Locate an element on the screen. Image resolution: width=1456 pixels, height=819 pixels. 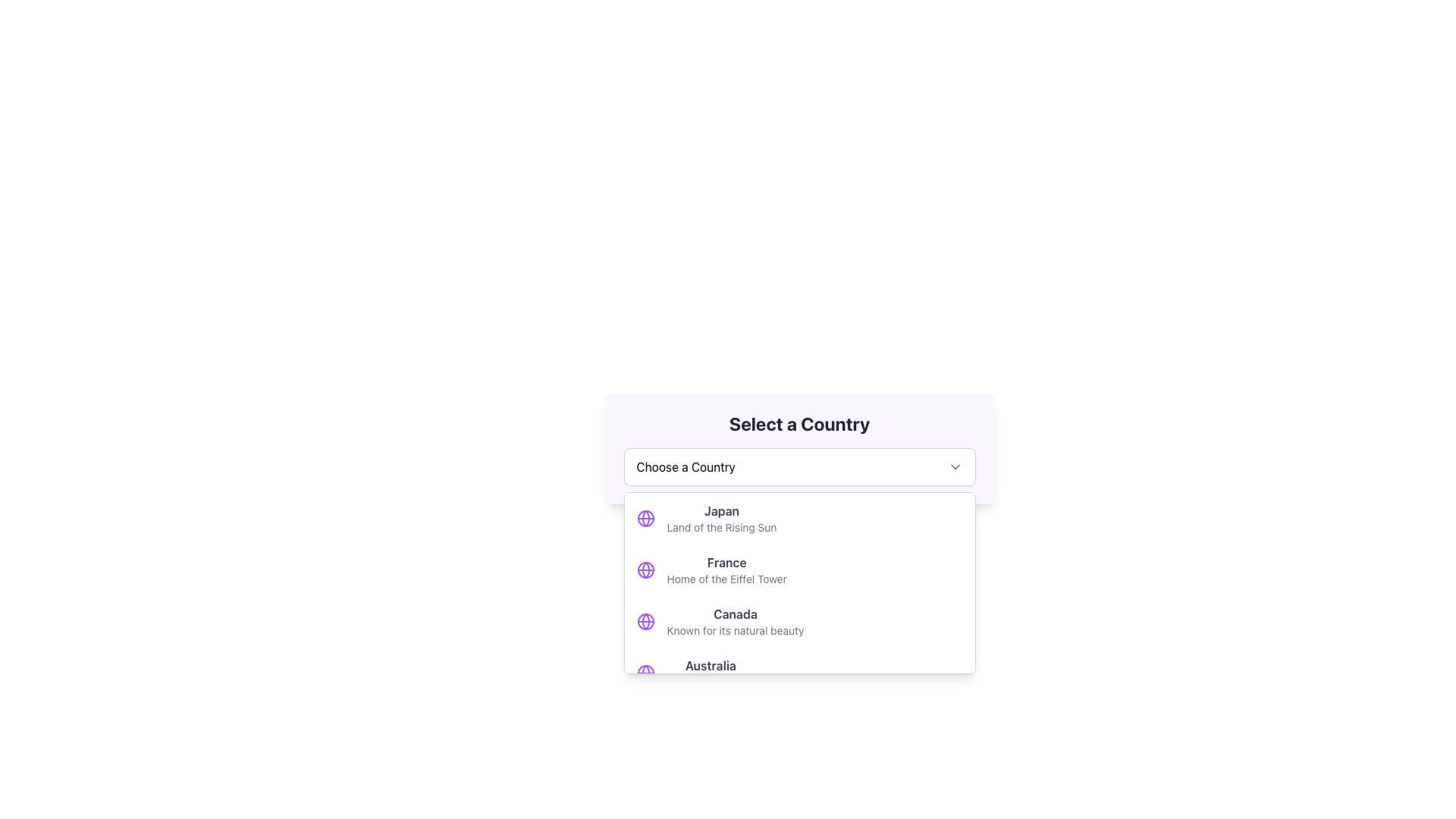
the selectable list item representing 'Australia' in the dropdown list is located at coordinates (799, 672).